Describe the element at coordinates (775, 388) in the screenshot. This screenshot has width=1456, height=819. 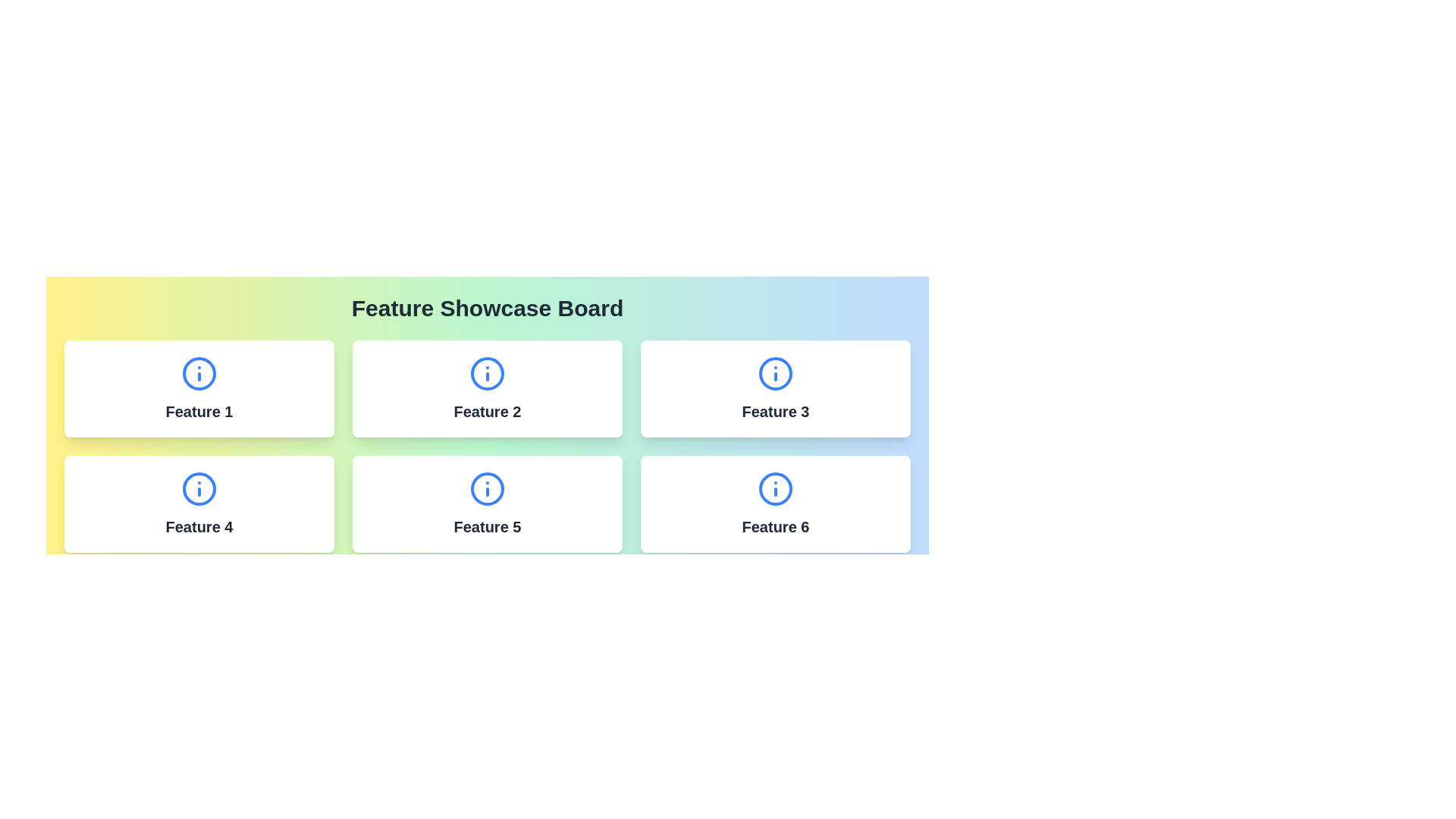
I see `the third card in the top row of a grid layout, which provides additional information upon interaction` at that location.